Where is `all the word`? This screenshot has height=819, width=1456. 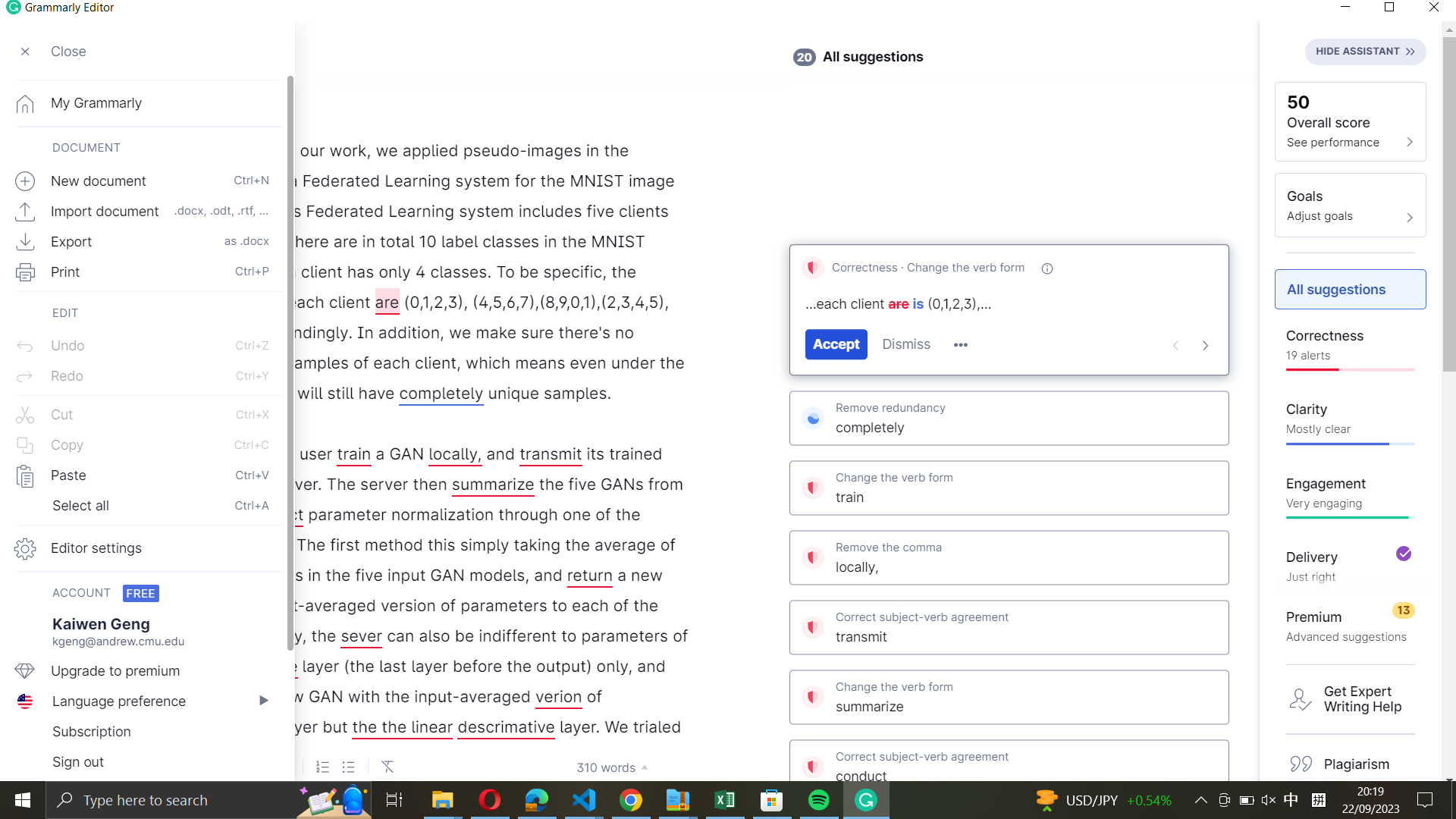 all the word is located at coordinates (145, 507).